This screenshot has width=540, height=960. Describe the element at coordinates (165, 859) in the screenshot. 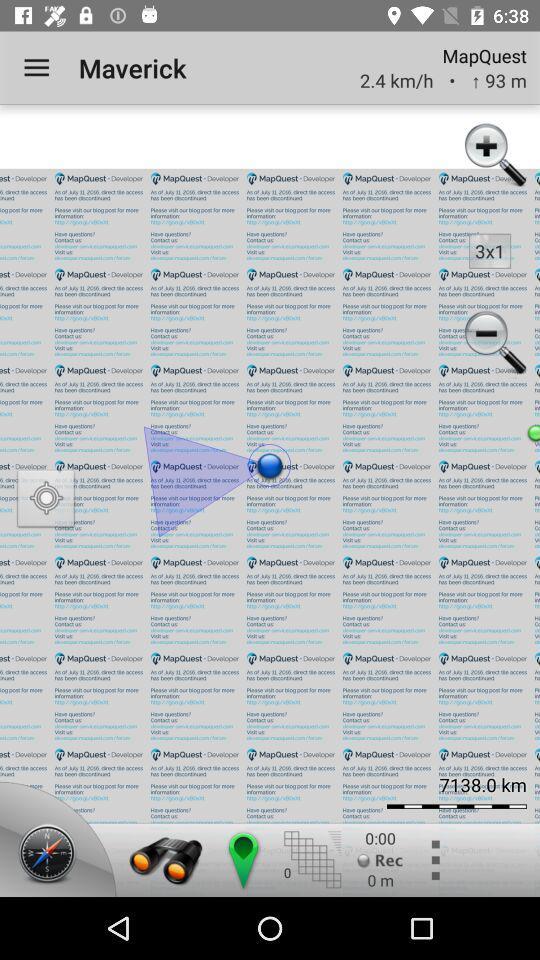

I see `search map` at that location.